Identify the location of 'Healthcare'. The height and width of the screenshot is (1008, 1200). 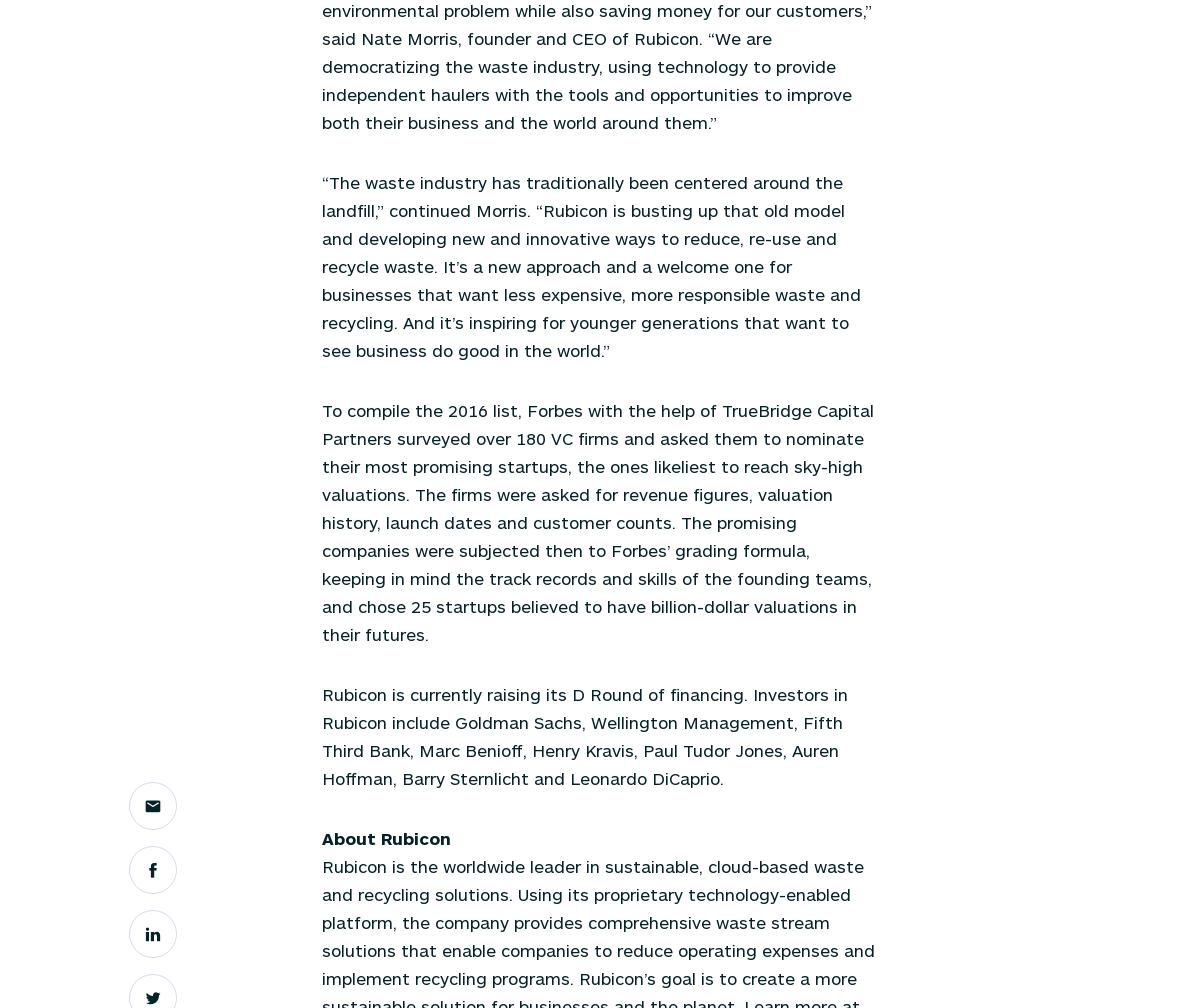
(357, 142).